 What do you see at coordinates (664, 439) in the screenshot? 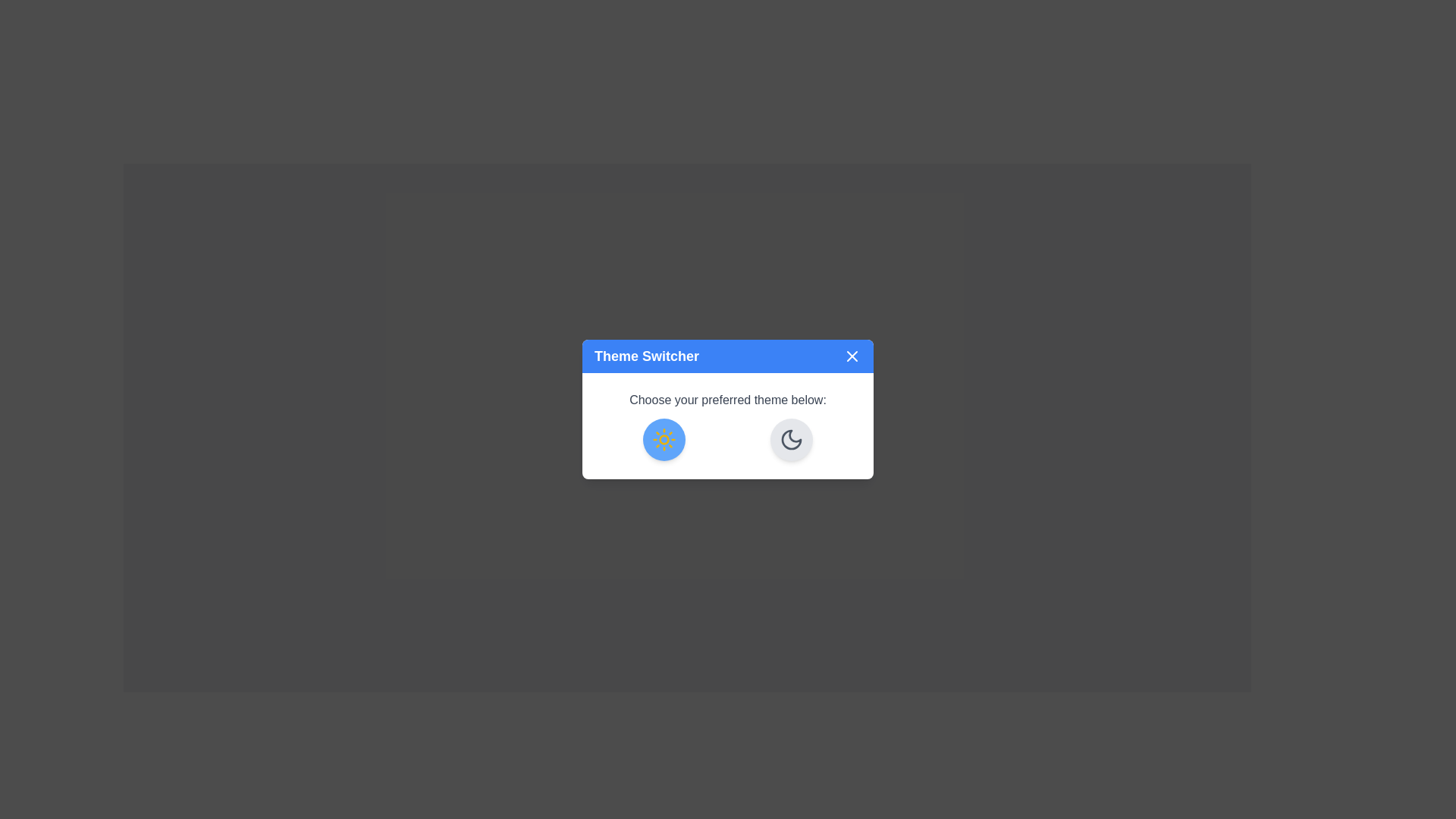
I see `the circular button with a blue background and a yellow sun icon` at bounding box center [664, 439].